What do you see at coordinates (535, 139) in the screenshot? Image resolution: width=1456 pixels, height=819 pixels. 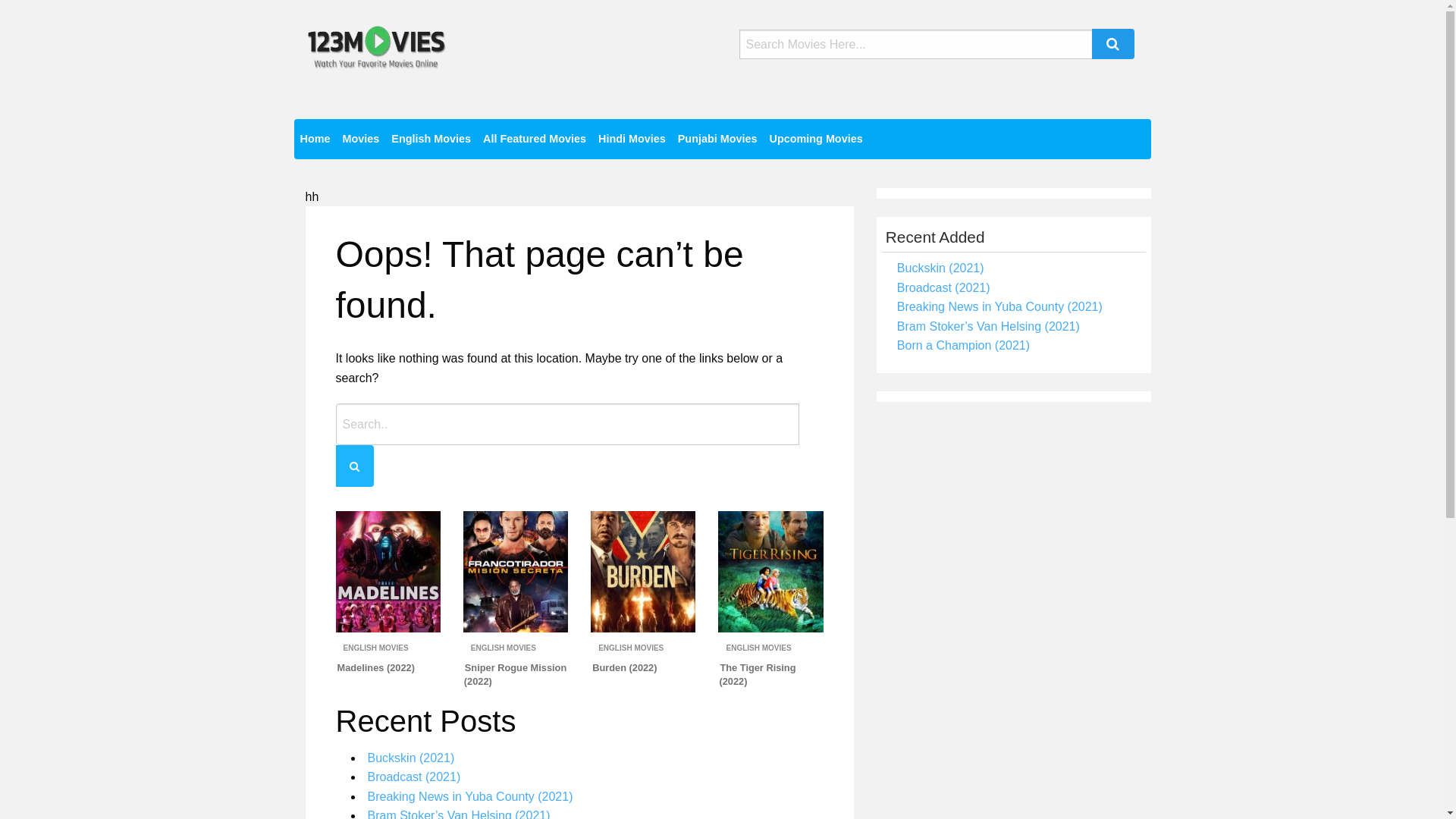 I see `'All Featured Movies'` at bounding box center [535, 139].